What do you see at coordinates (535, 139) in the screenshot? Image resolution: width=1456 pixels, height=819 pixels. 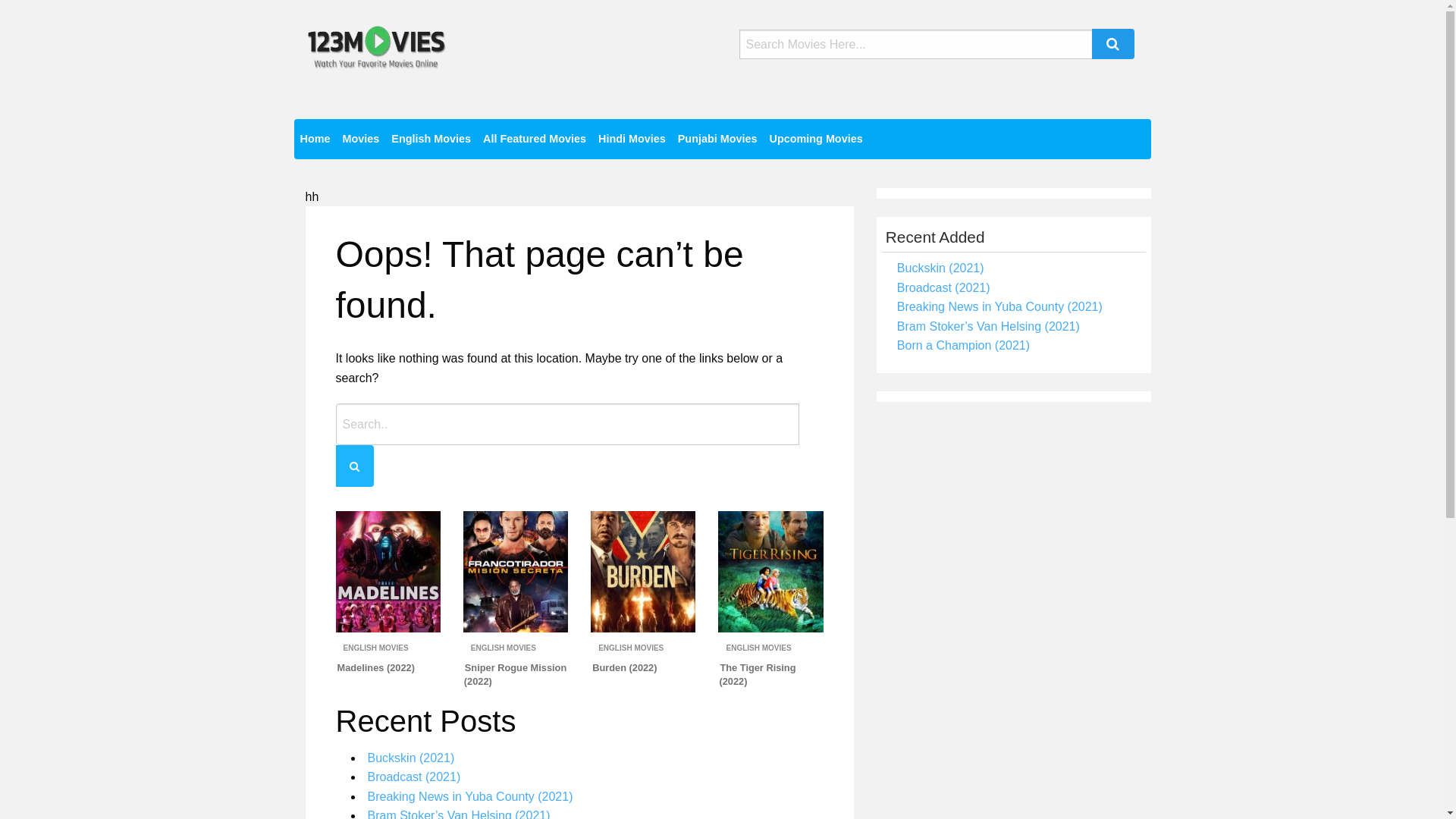 I see `'All Featured Movies'` at bounding box center [535, 139].